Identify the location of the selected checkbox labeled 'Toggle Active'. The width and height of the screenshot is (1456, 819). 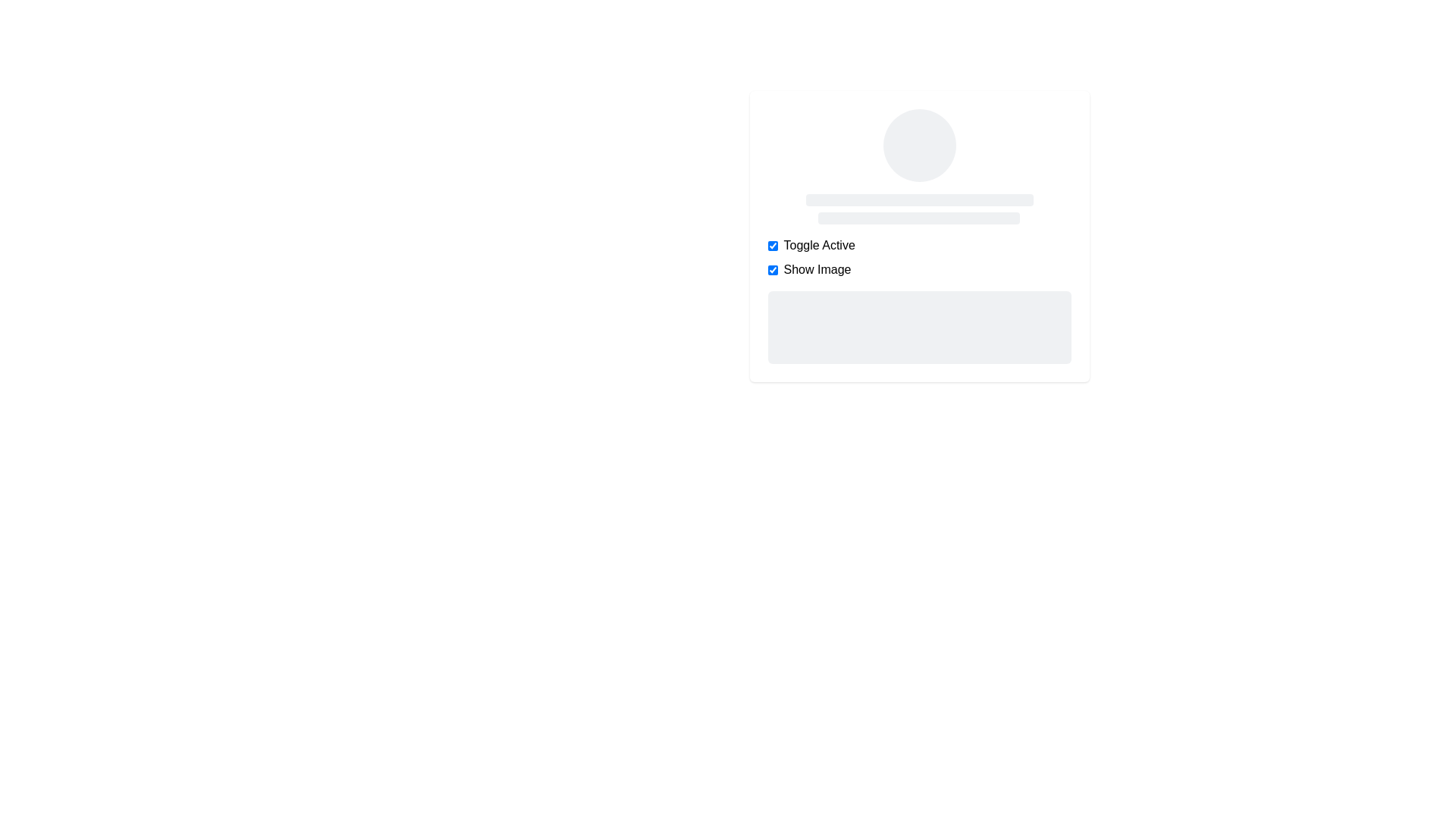
(918, 245).